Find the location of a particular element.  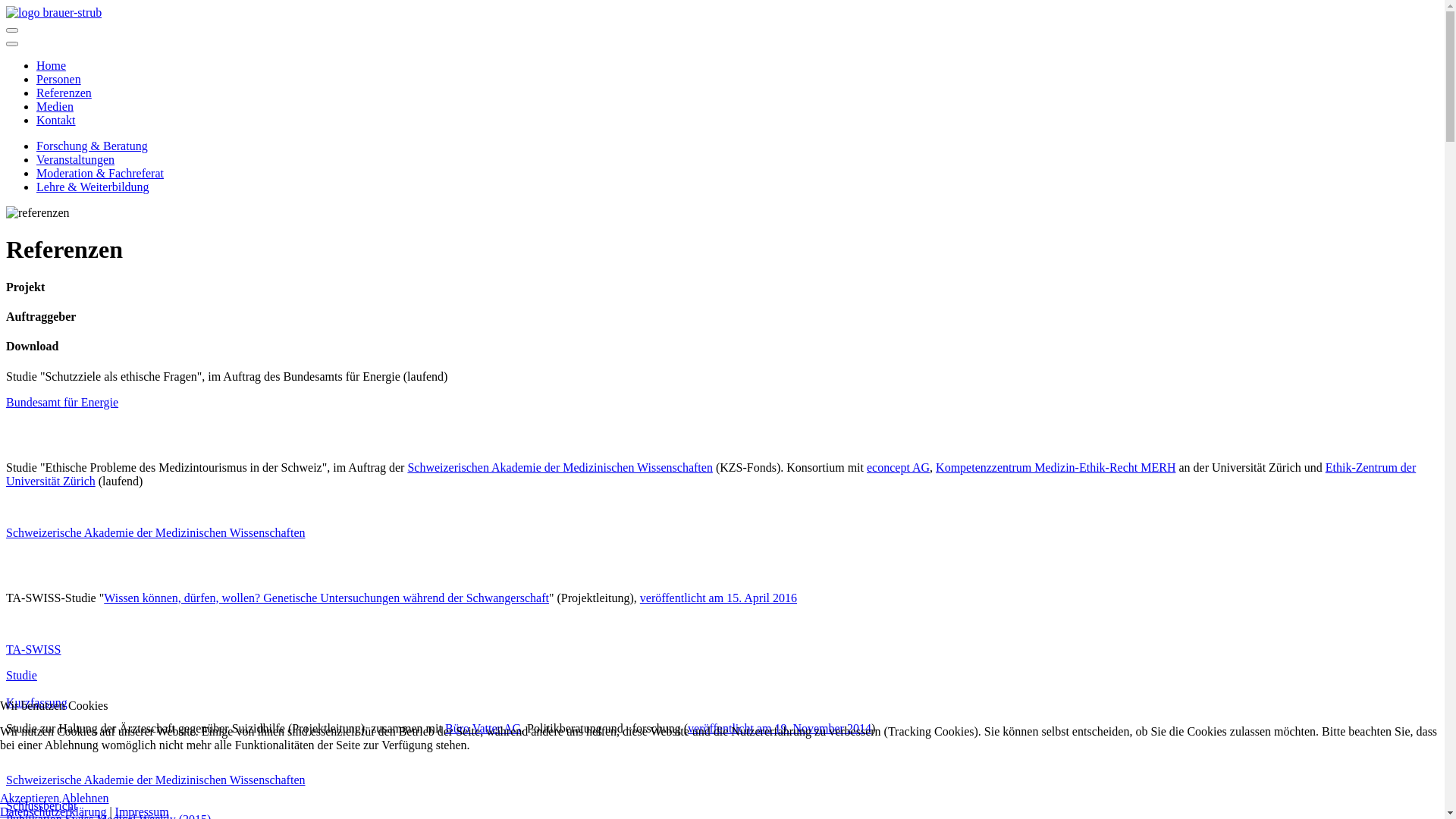

'Medien' is located at coordinates (55, 105).